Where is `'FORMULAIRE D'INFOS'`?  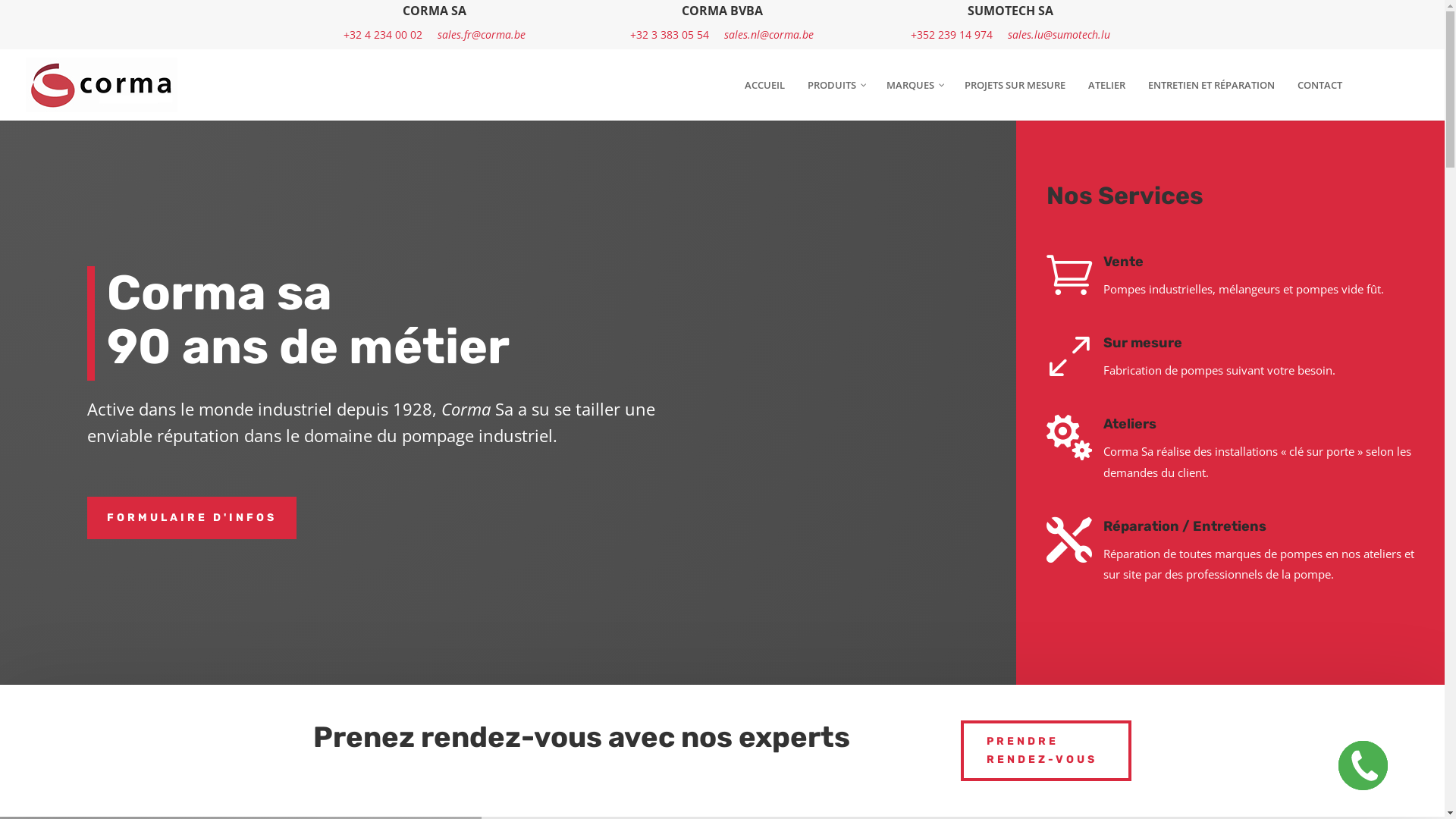
'FORMULAIRE D'INFOS' is located at coordinates (86, 516).